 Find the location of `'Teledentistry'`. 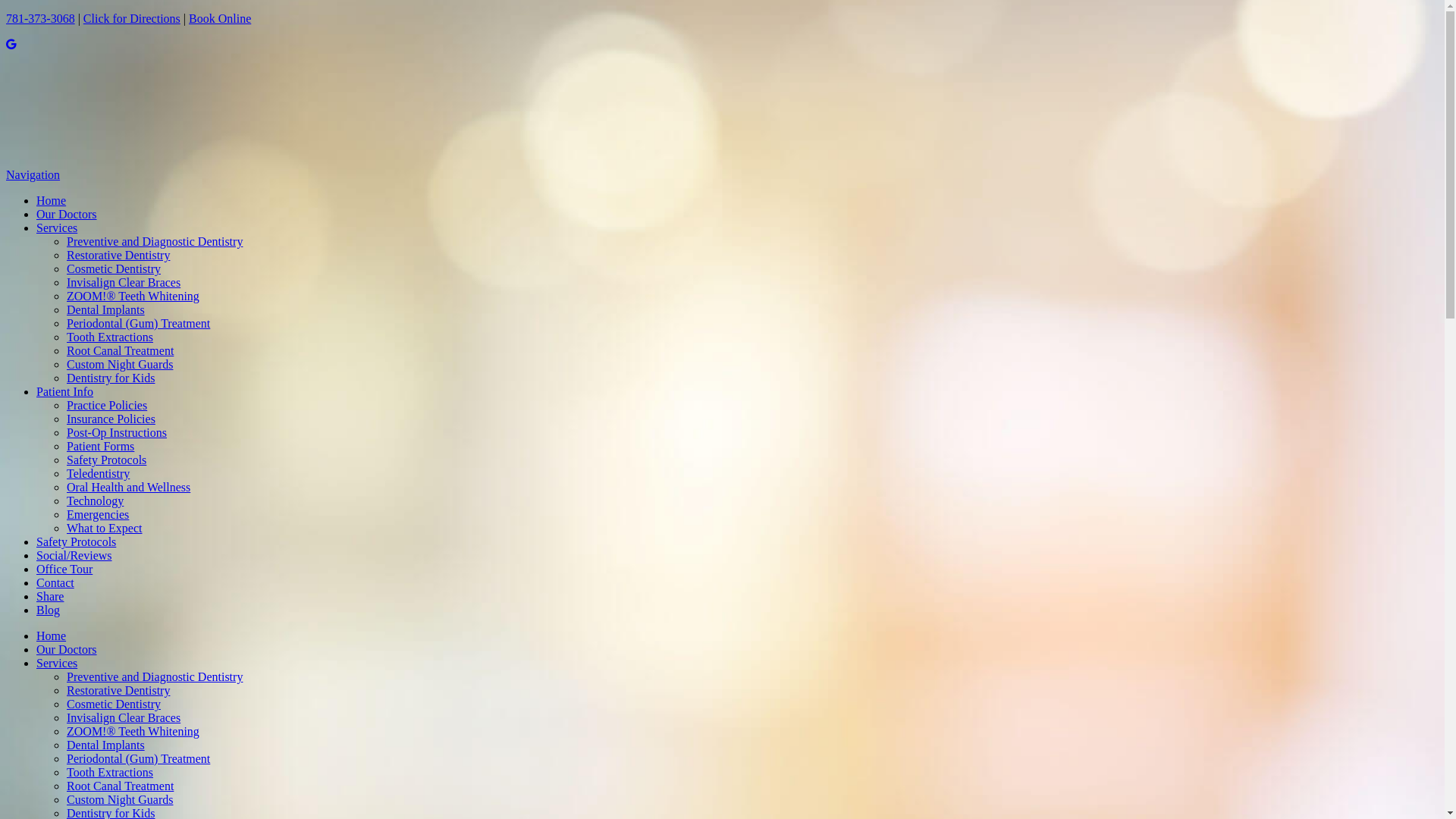

'Teledentistry' is located at coordinates (97, 472).